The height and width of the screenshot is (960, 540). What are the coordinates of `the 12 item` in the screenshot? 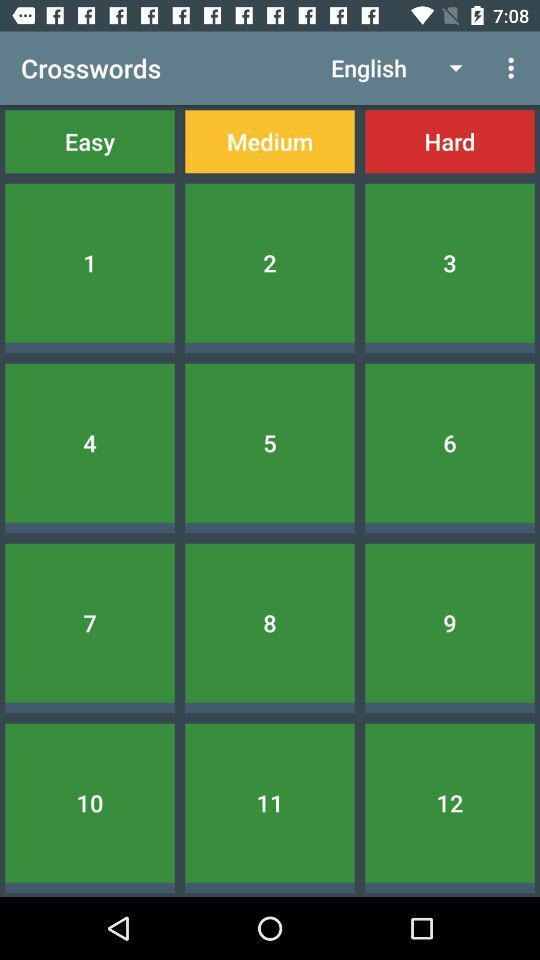 It's located at (449, 803).